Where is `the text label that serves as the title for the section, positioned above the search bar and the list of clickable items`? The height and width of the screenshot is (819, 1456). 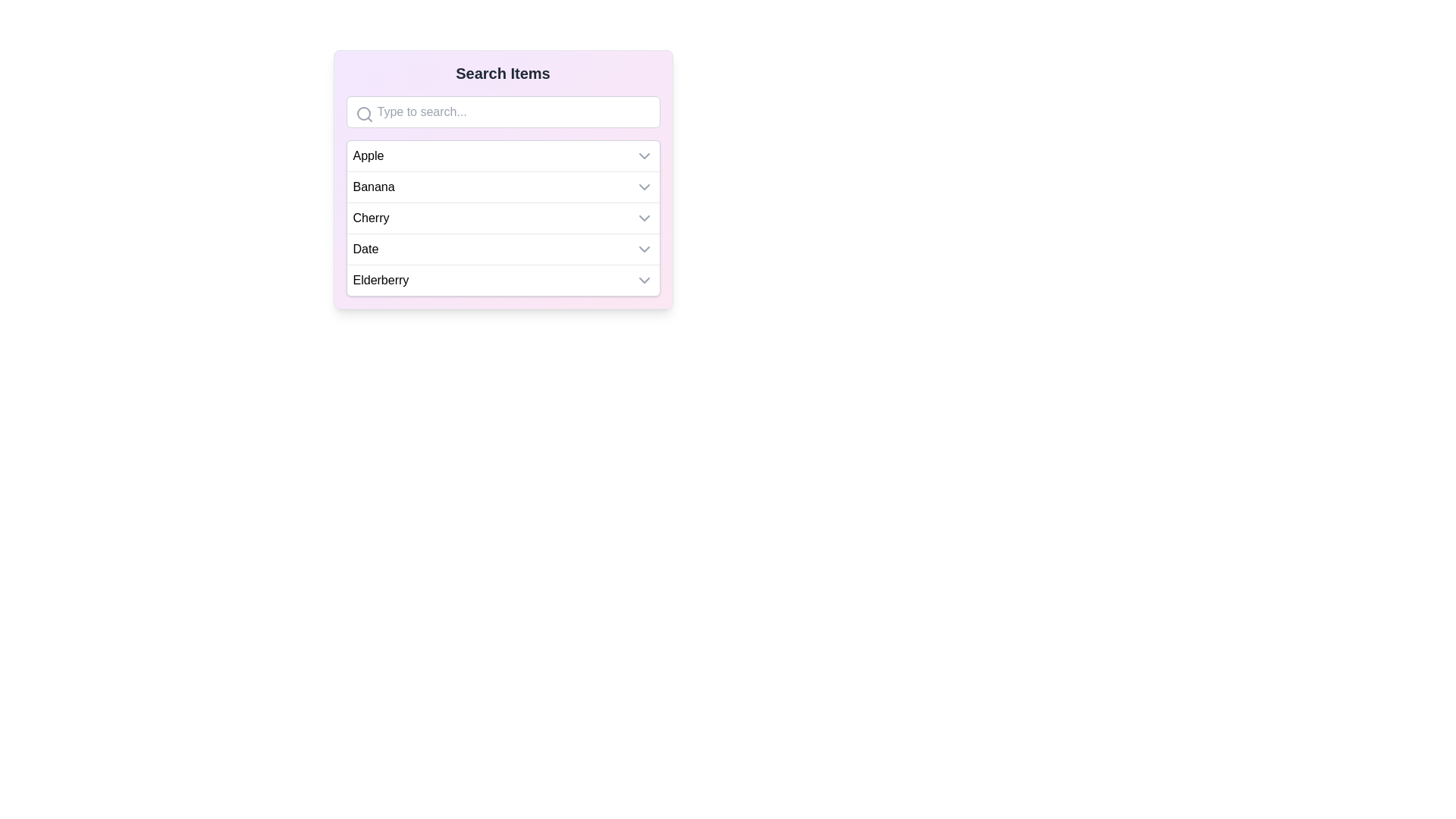 the text label that serves as the title for the section, positioned above the search bar and the list of clickable items is located at coordinates (503, 73).